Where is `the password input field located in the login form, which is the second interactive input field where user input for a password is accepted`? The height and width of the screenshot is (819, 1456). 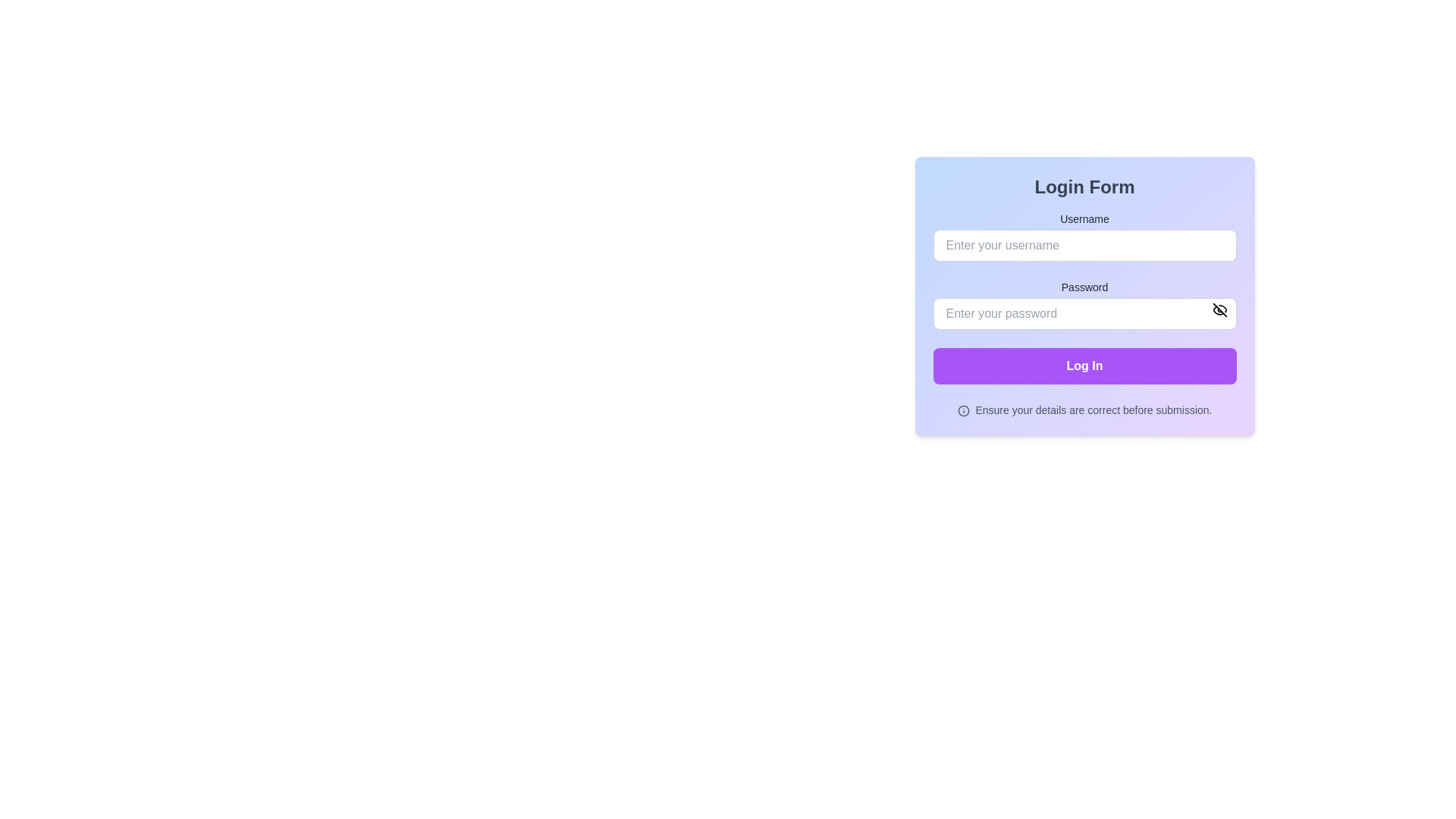
the password input field located in the login form, which is the second interactive input field where user input for a password is accepted is located at coordinates (1084, 312).